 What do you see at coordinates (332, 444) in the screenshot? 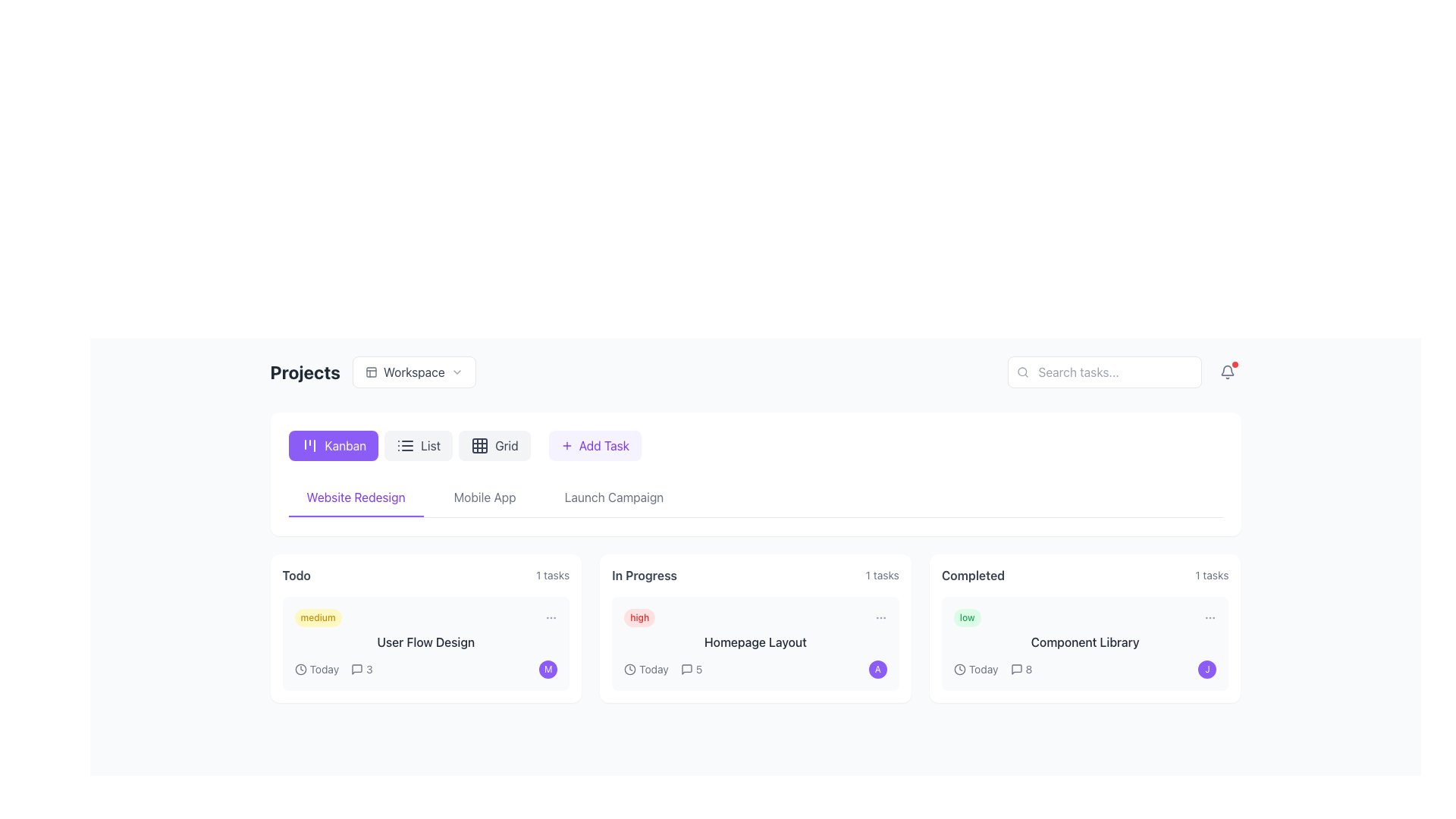
I see `the 'Kanban' button, which is a rectangular button with a violet background and white text, located in the navigation bar above the main content area` at bounding box center [332, 444].